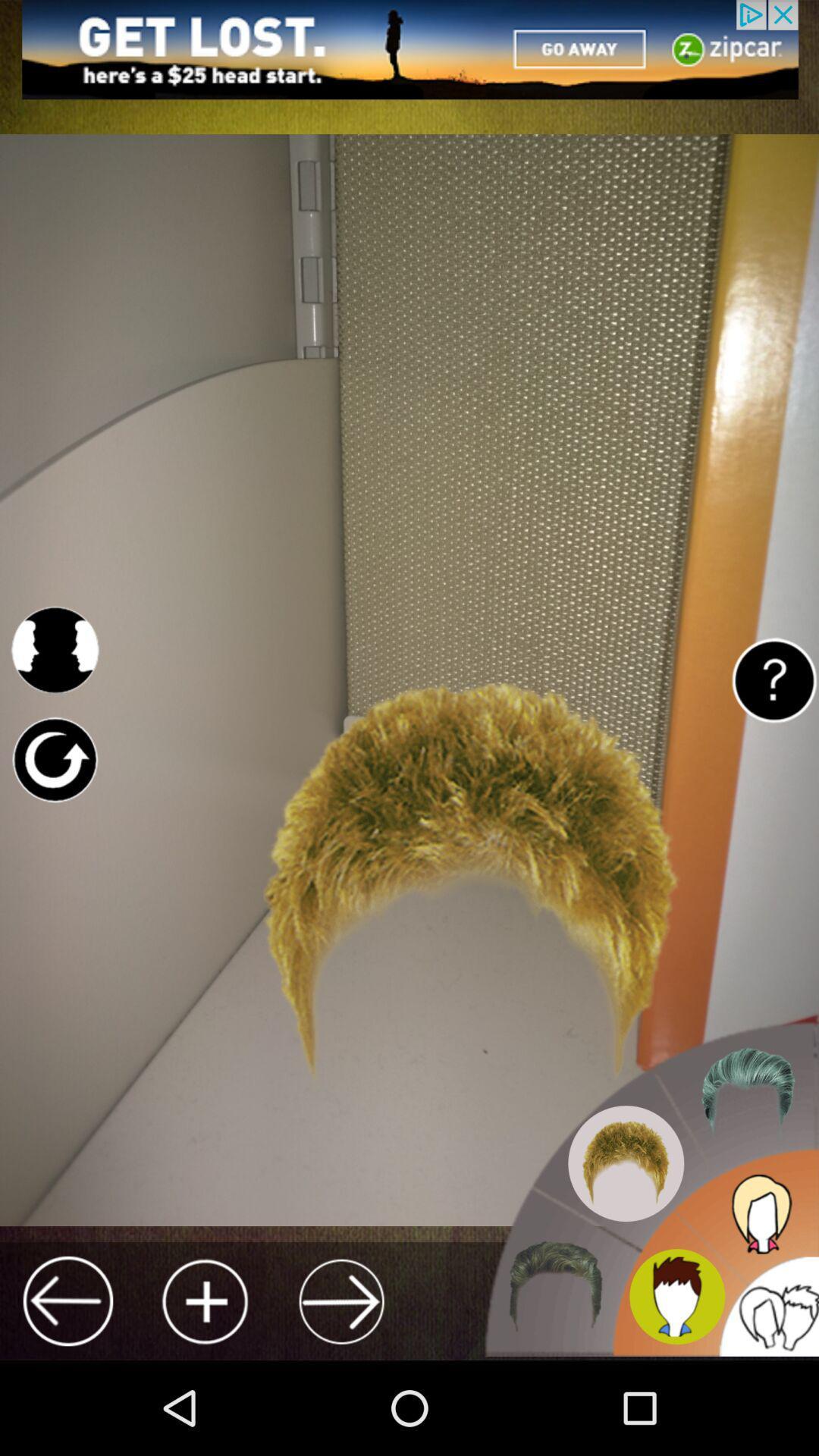 Image resolution: width=819 pixels, height=1456 pixels. I want to click on image, so click(205, 1301).